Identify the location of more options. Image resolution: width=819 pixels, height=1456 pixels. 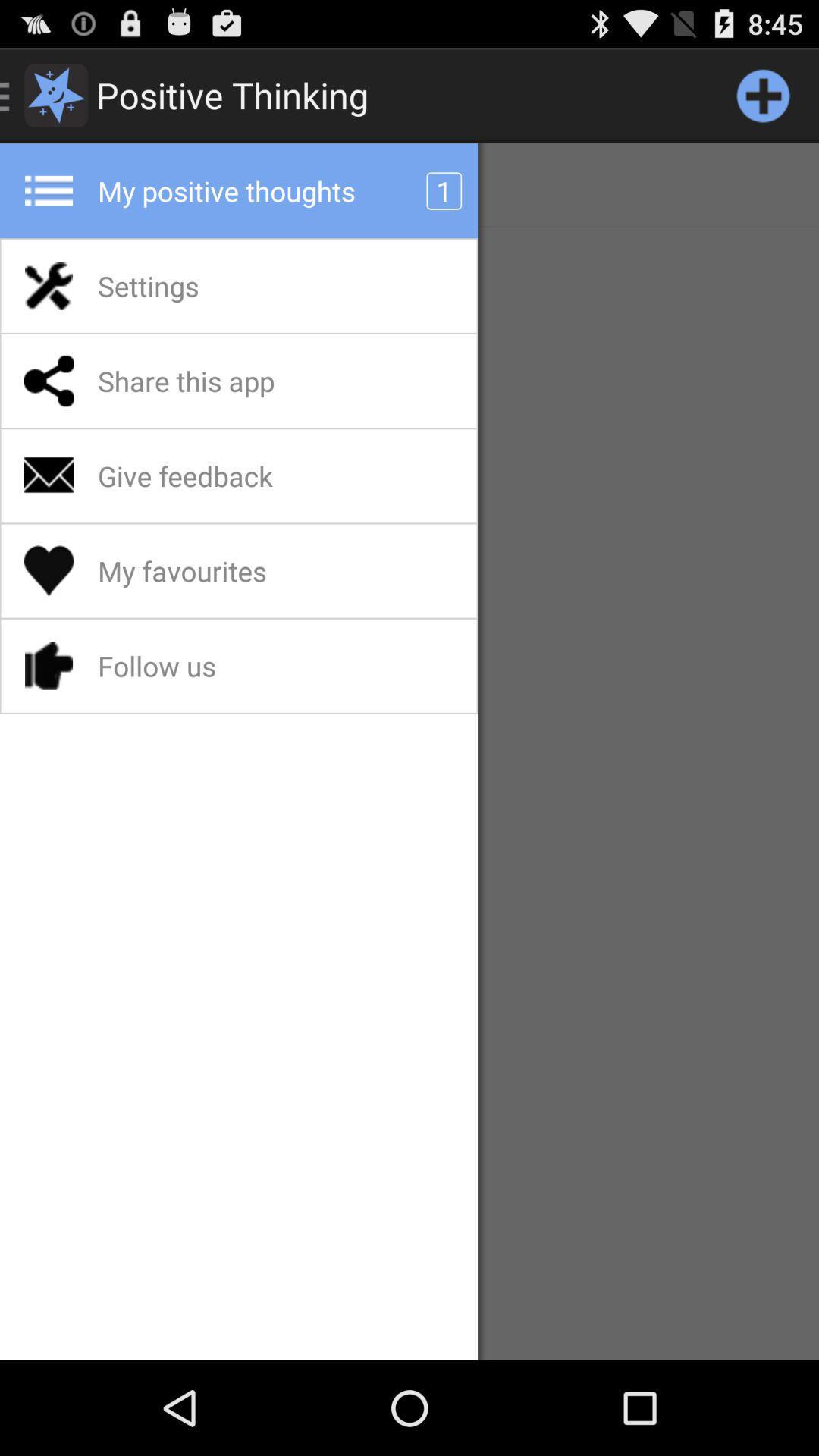
(763, 94).